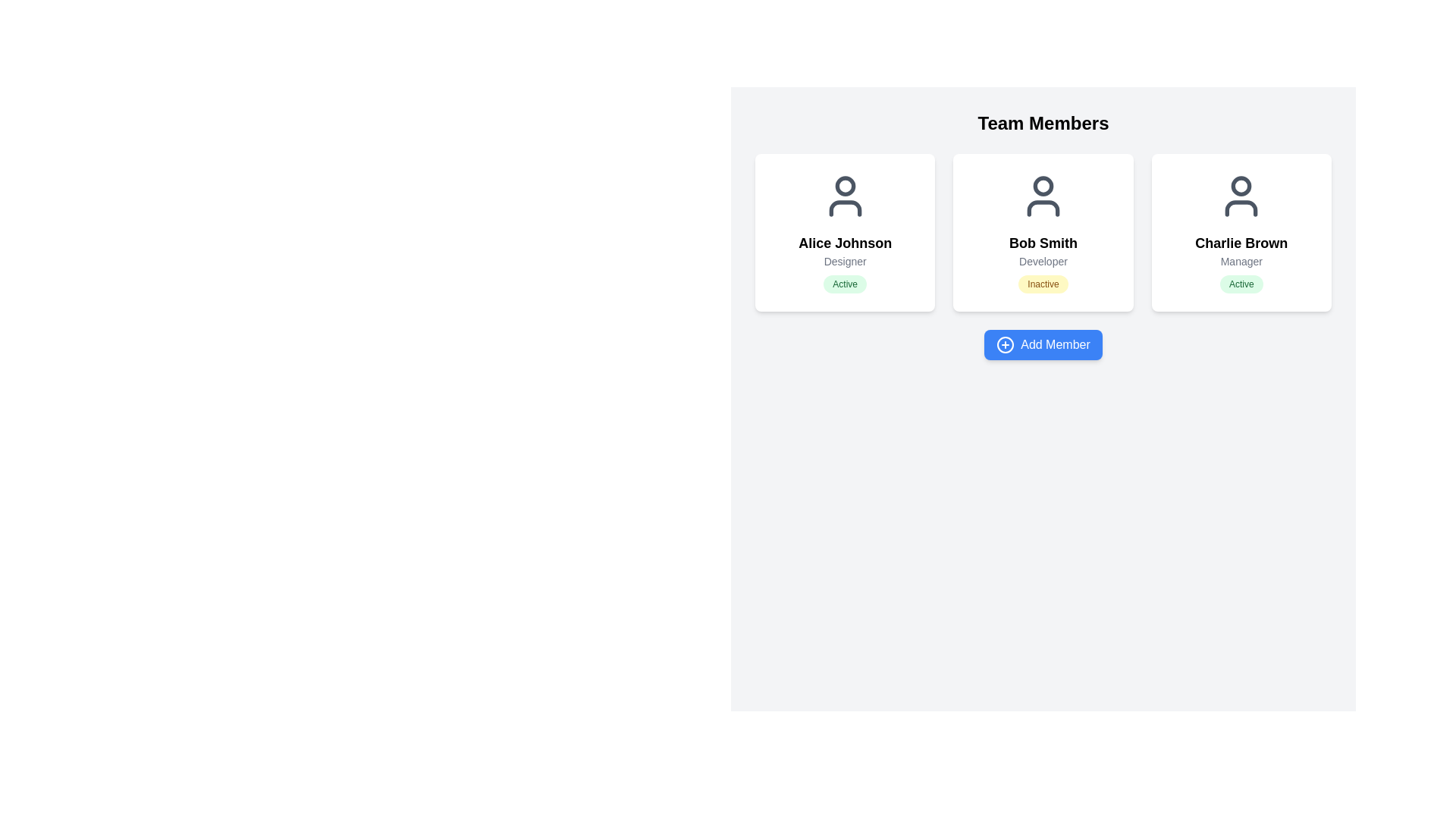 This screenshot has height=819, width=1456. What do you see at coordinates (1241, 185) in the screenshot?
I see `the visual details of the decorative circle within the avatar icon of the card labeled 'Charlie Brown', which is positioned centrally and is smaller than the avatar's head graphic` at bounding box center [1241, 185].